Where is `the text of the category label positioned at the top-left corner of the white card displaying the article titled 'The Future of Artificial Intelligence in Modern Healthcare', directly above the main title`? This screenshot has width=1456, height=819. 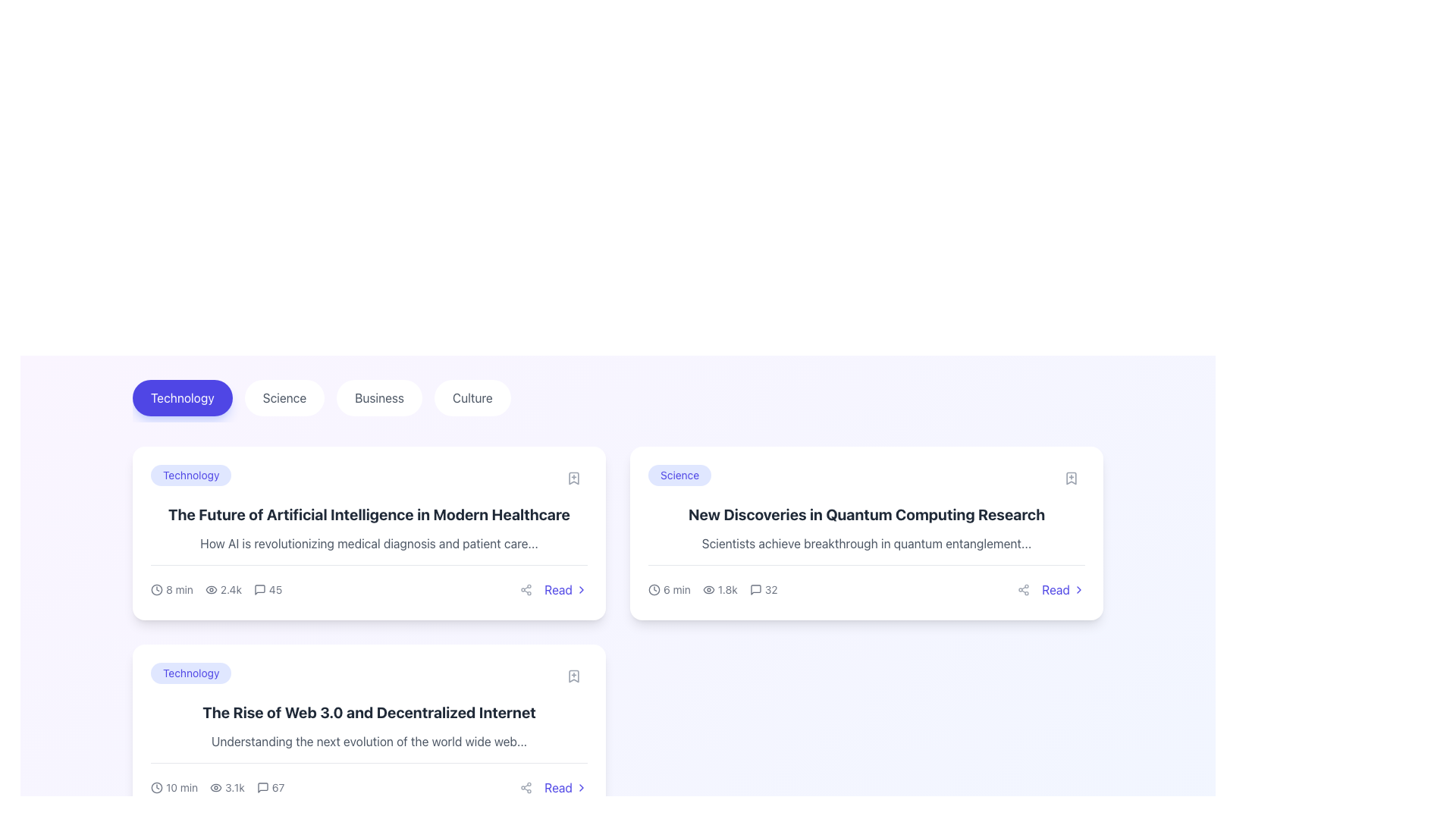 the text of the category label positioned at the top-left corner of the white card displaying the article titled 'The Future of Artificial Intelligence in Modern Healthcare', directly above the main title is located at coordinates (369, 479).